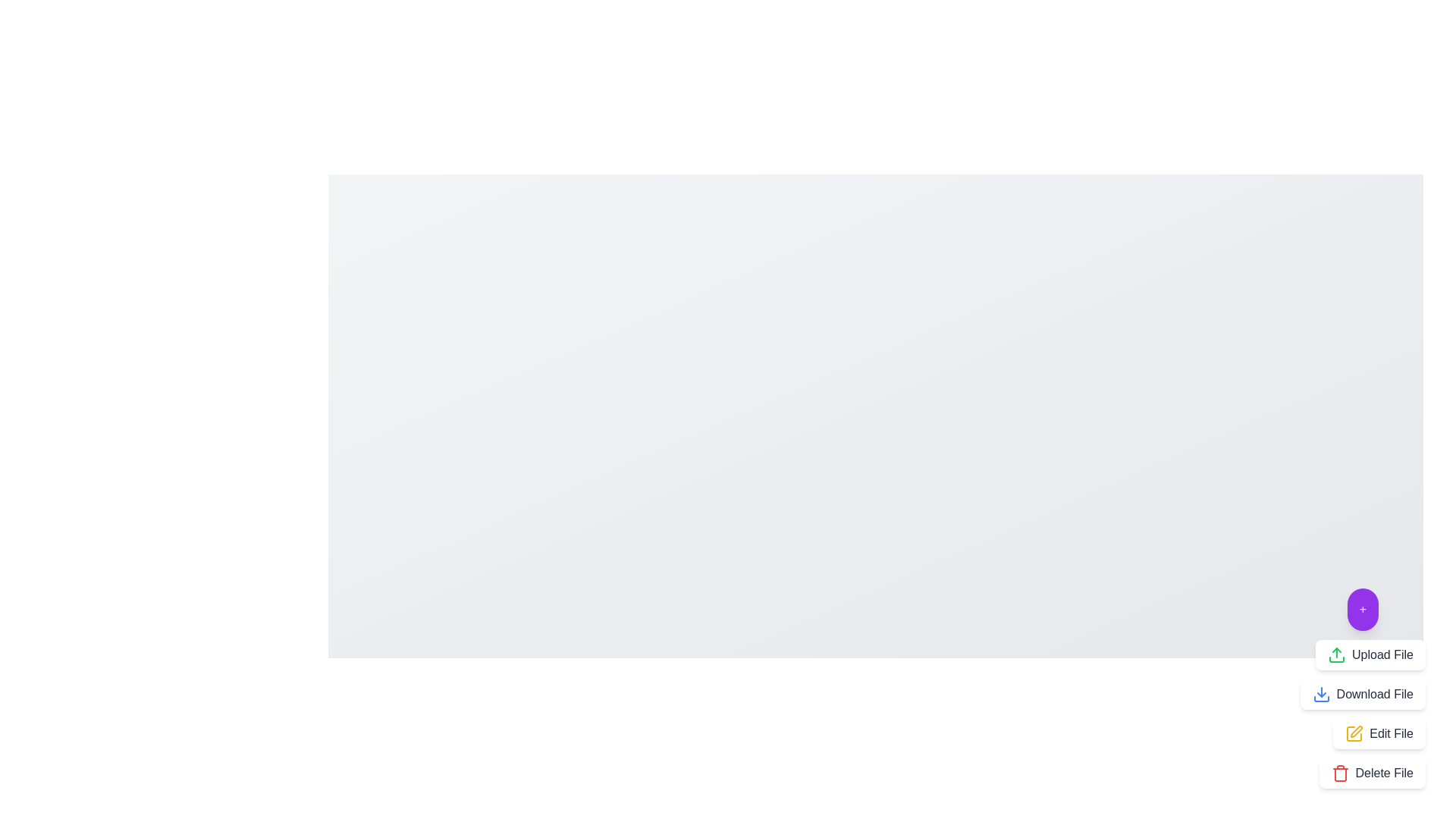 The height and width of the screenshot is (819, 1456). I want to click on the 'Edit File' button to open the file editing interface, so click(1379, 733).